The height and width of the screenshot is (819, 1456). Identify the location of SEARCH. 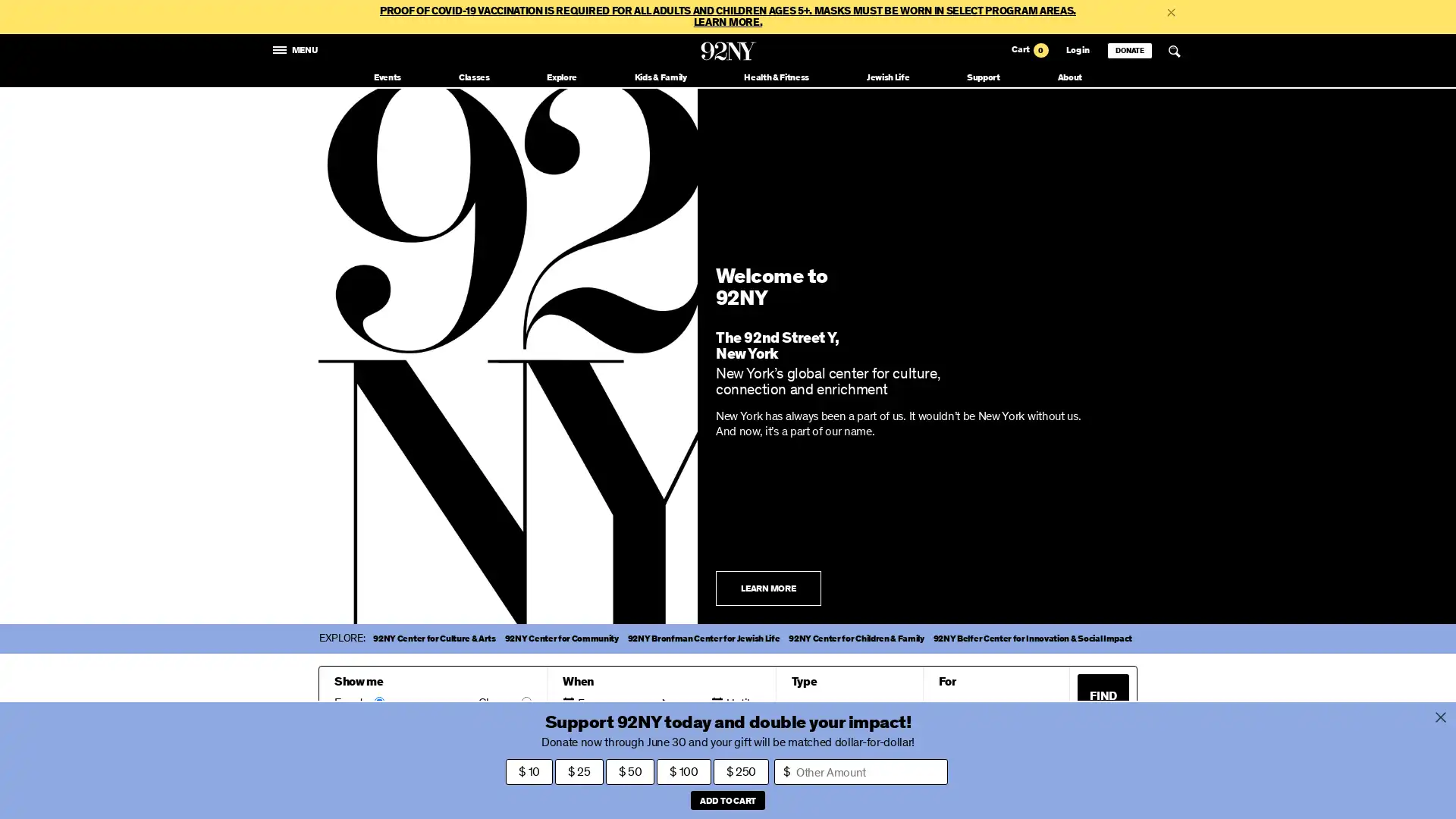
(1174, 51).